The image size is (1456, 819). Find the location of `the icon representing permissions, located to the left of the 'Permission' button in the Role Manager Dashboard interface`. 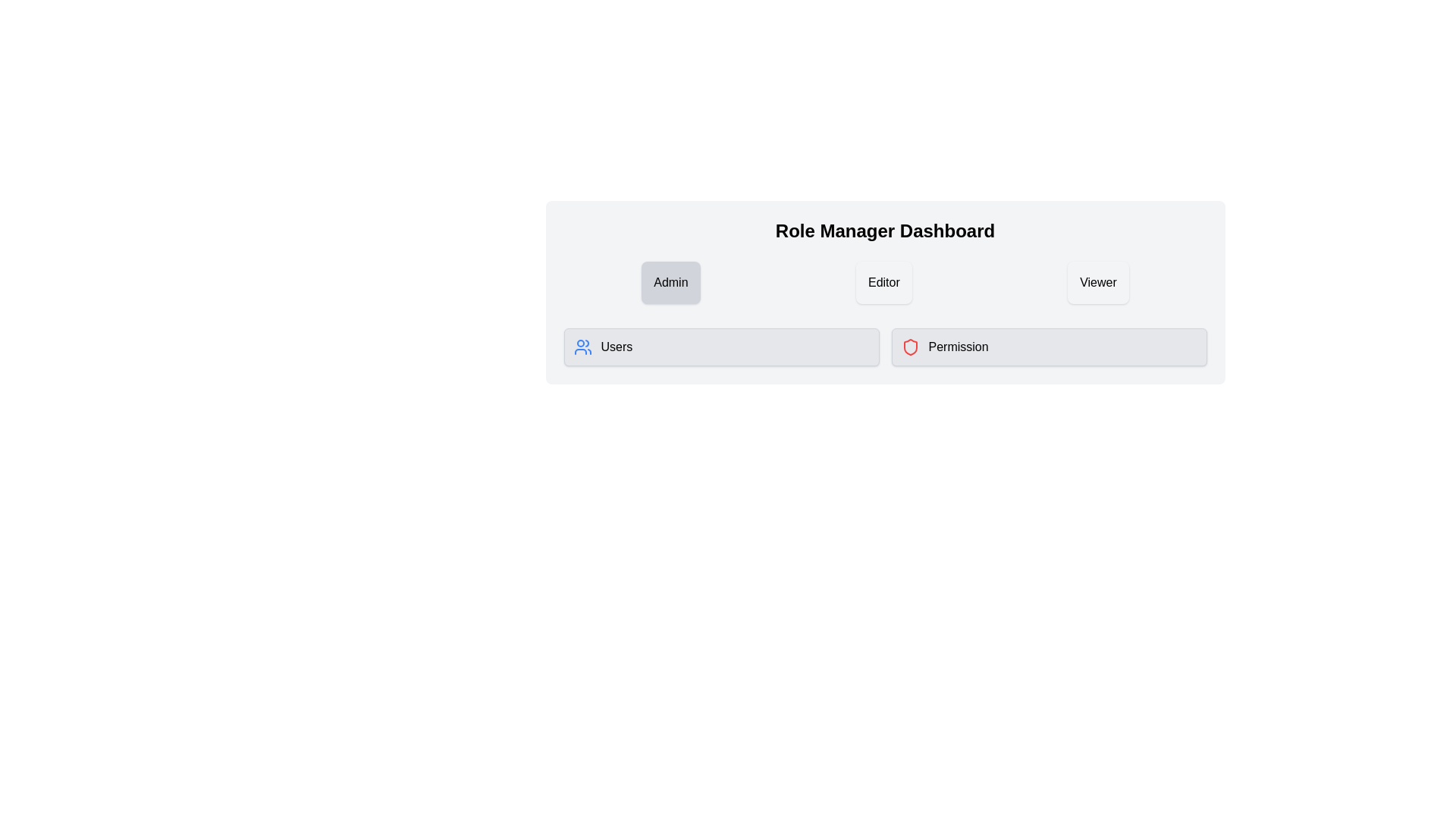

the icon representing permissions, located to the left of the 'Permission' button in the Role Manager Dashboard interface is located at coordinates (910, 347).